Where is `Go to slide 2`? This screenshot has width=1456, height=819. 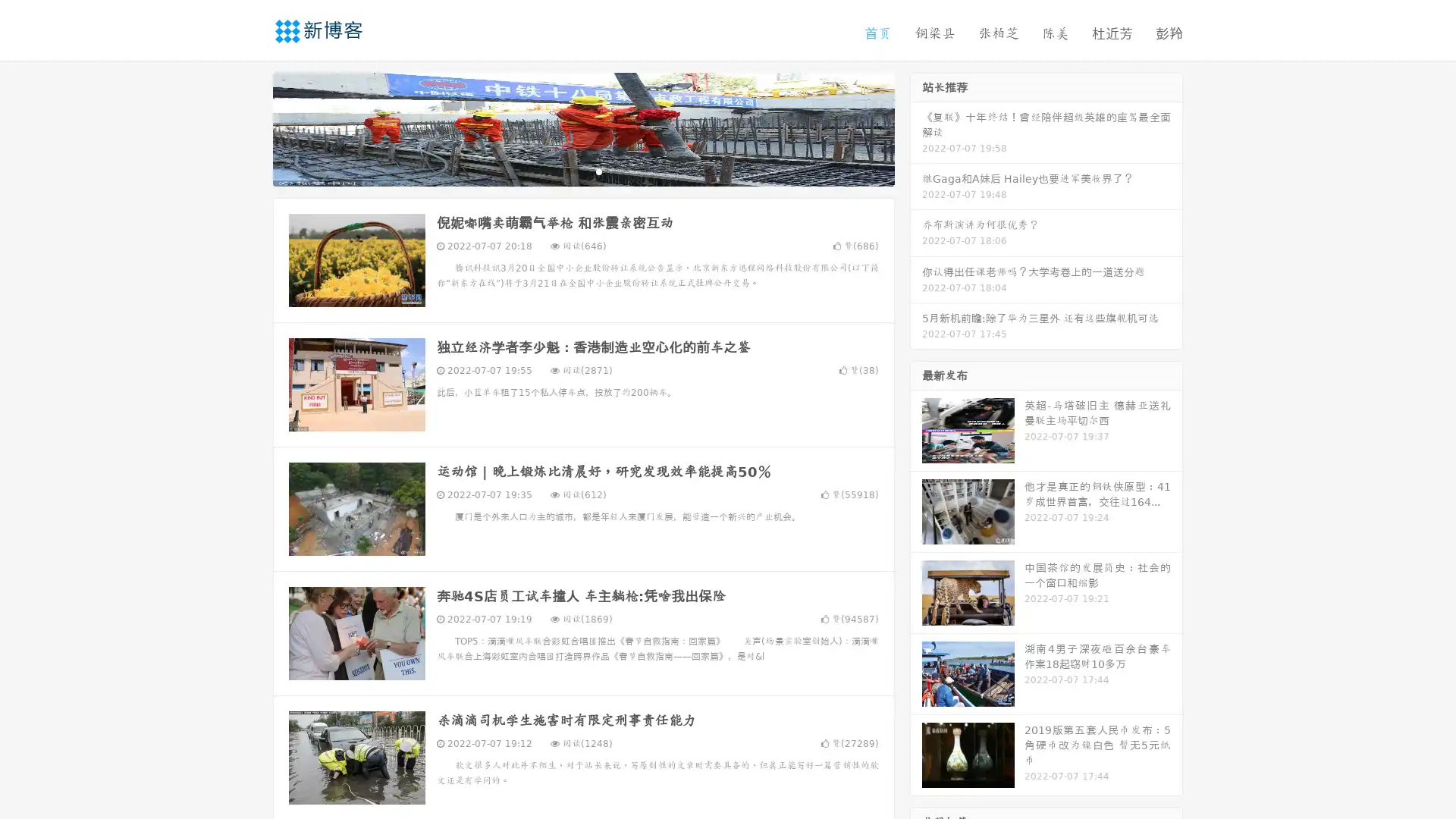 Go to slide 2 is located at coordinates (582, 171).